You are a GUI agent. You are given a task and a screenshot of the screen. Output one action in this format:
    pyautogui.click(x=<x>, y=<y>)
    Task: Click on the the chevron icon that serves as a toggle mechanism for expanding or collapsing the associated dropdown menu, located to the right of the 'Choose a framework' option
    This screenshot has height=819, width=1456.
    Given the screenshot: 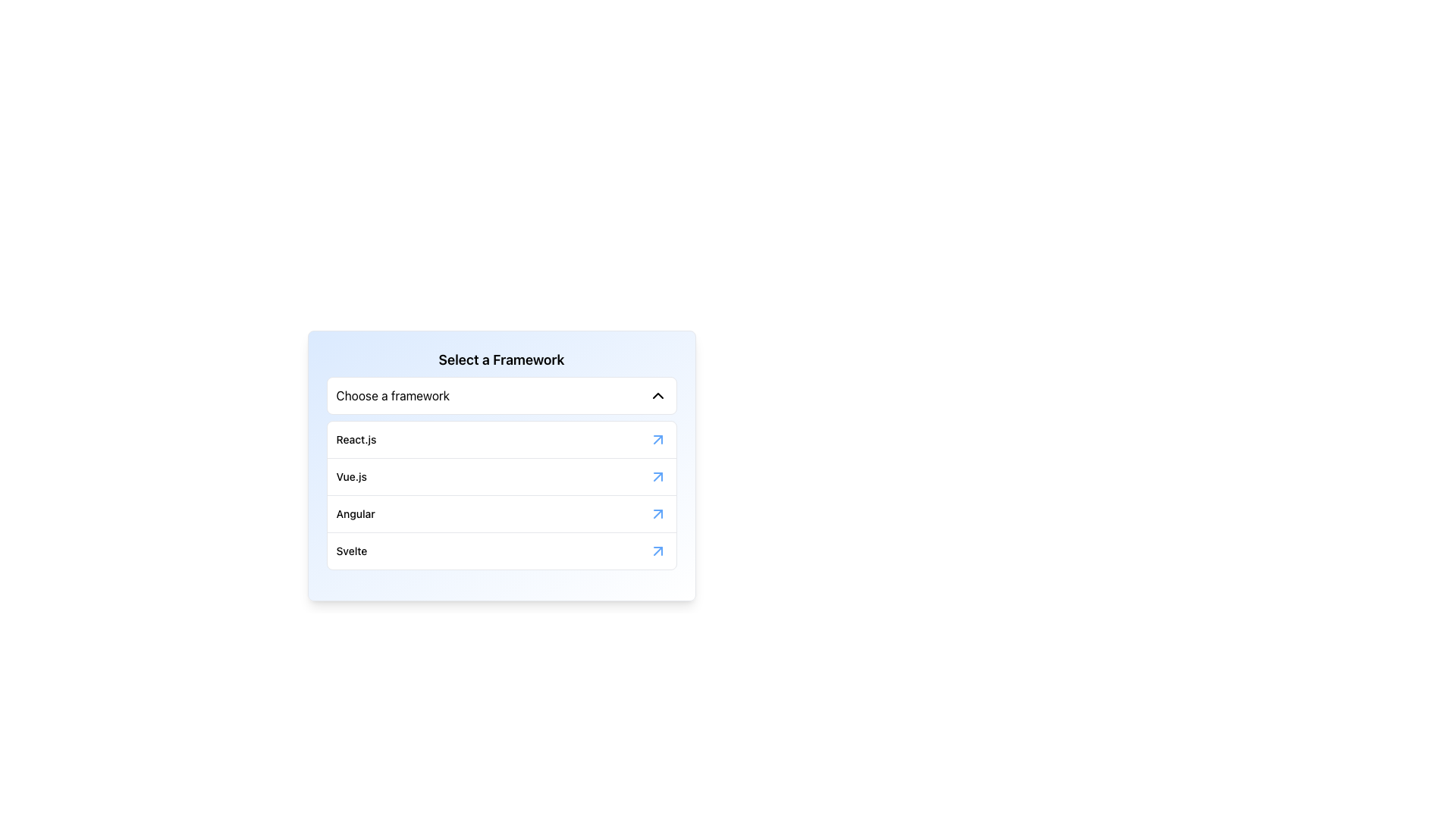 What is the action you would take?
    pyautogui.click(x=657, y=394)
    